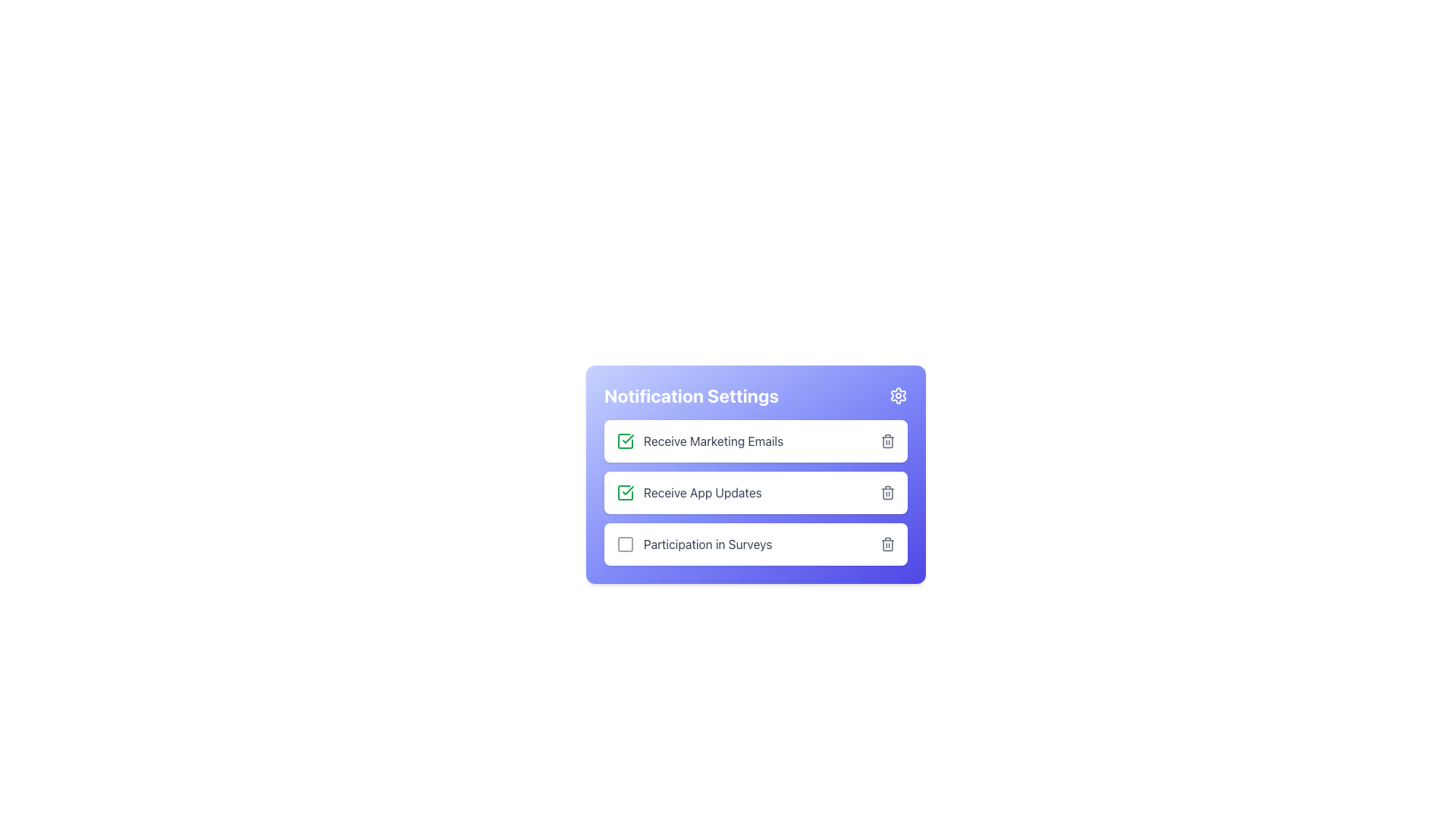 Image resolution: width=1456 pixels, height=819 pixels. Describe the element at coordinates (756, 493) in the screenshot. I see `the second item in the vertical list of options under the 'Notification Settings' section, which allows users to manage their preference for receiving app updates` at that location.